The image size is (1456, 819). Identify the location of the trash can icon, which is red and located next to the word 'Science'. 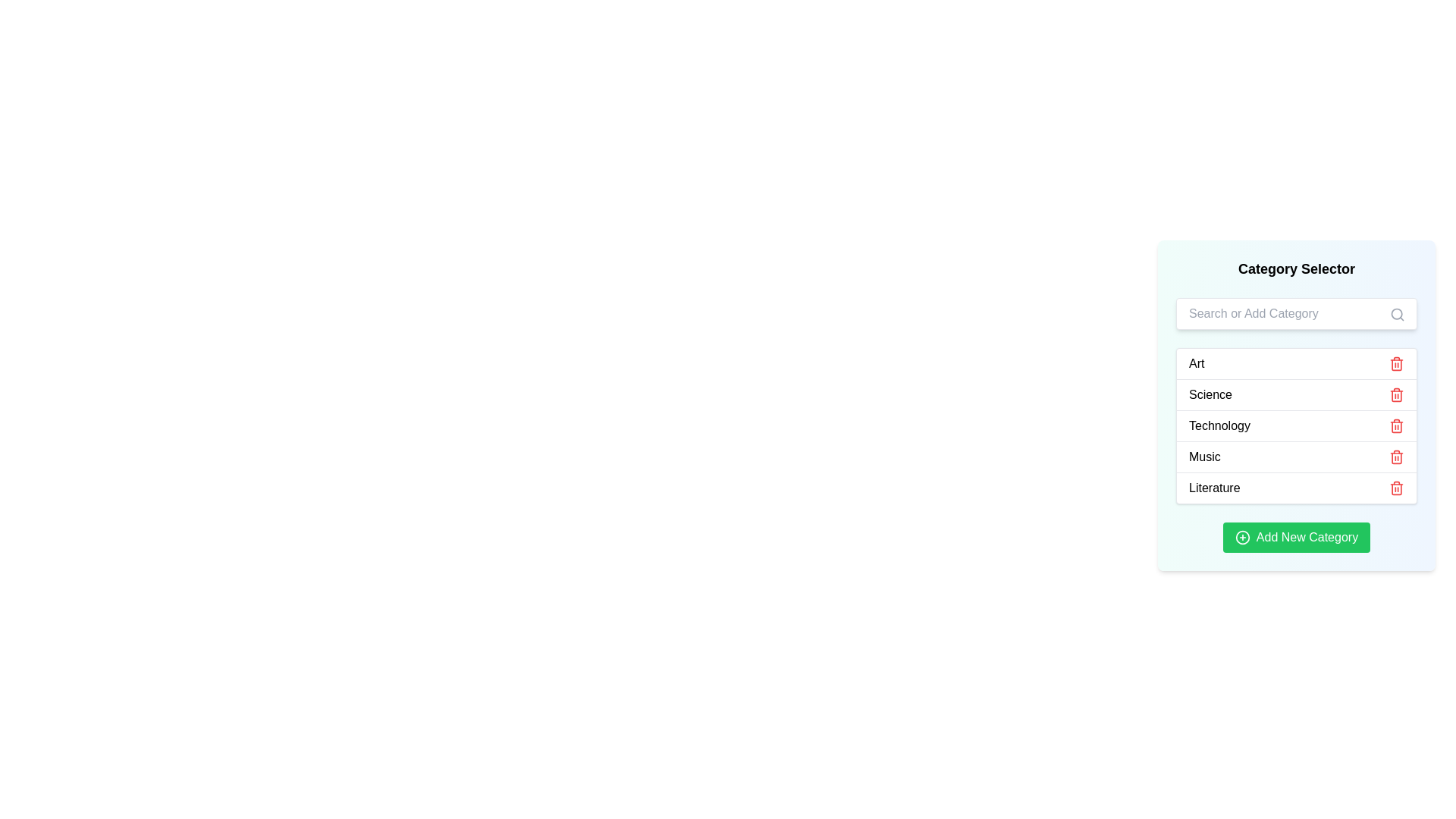
(1396, 394).